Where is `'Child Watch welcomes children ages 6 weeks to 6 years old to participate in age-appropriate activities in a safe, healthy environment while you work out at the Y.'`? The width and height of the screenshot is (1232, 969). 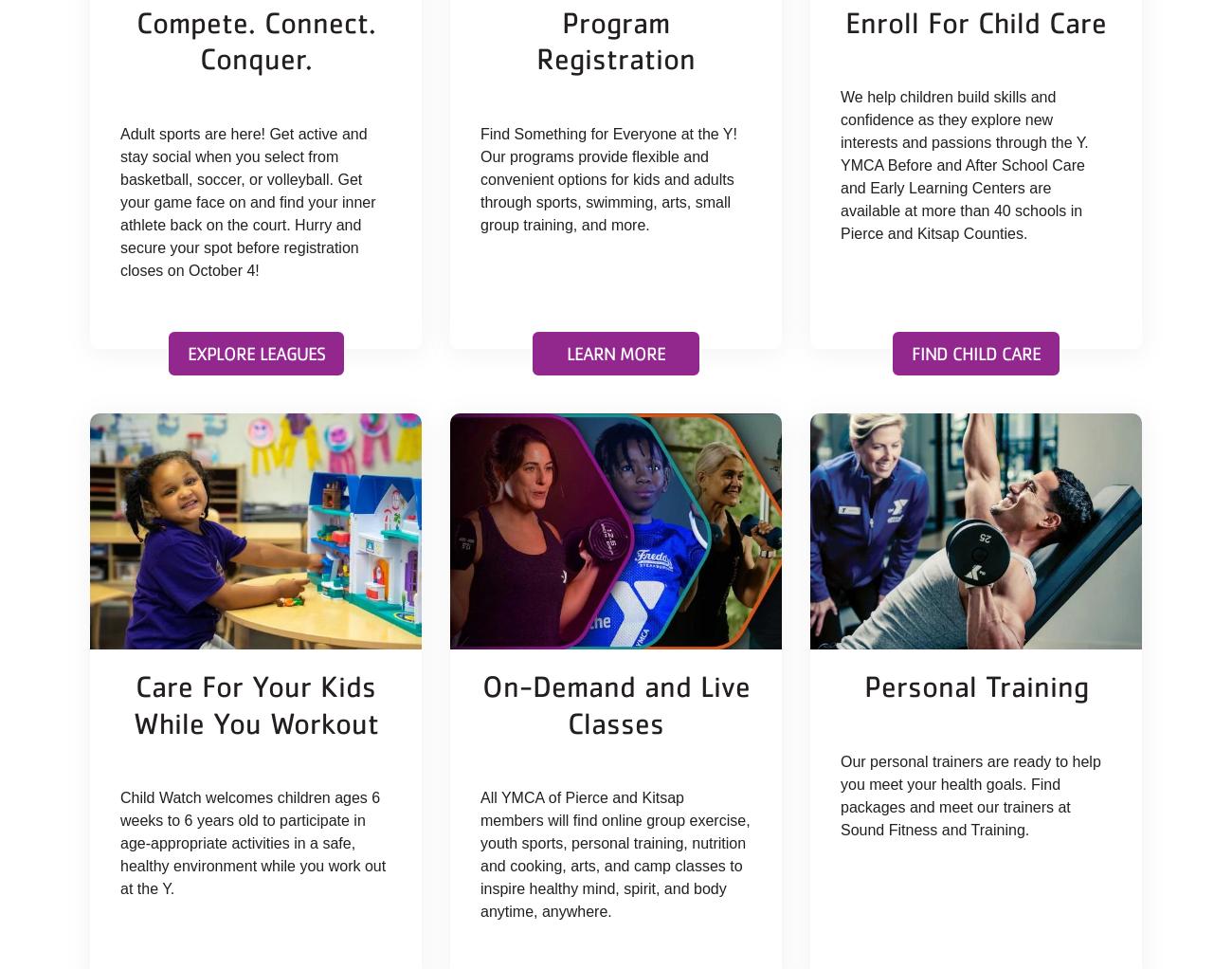
'Child Watch welcomes children ages 6 weeks to 6 years old to participate in age-appropriate activities in a safe, healthy environment while you work out at the Y.' is located at coordinates (252, 842).